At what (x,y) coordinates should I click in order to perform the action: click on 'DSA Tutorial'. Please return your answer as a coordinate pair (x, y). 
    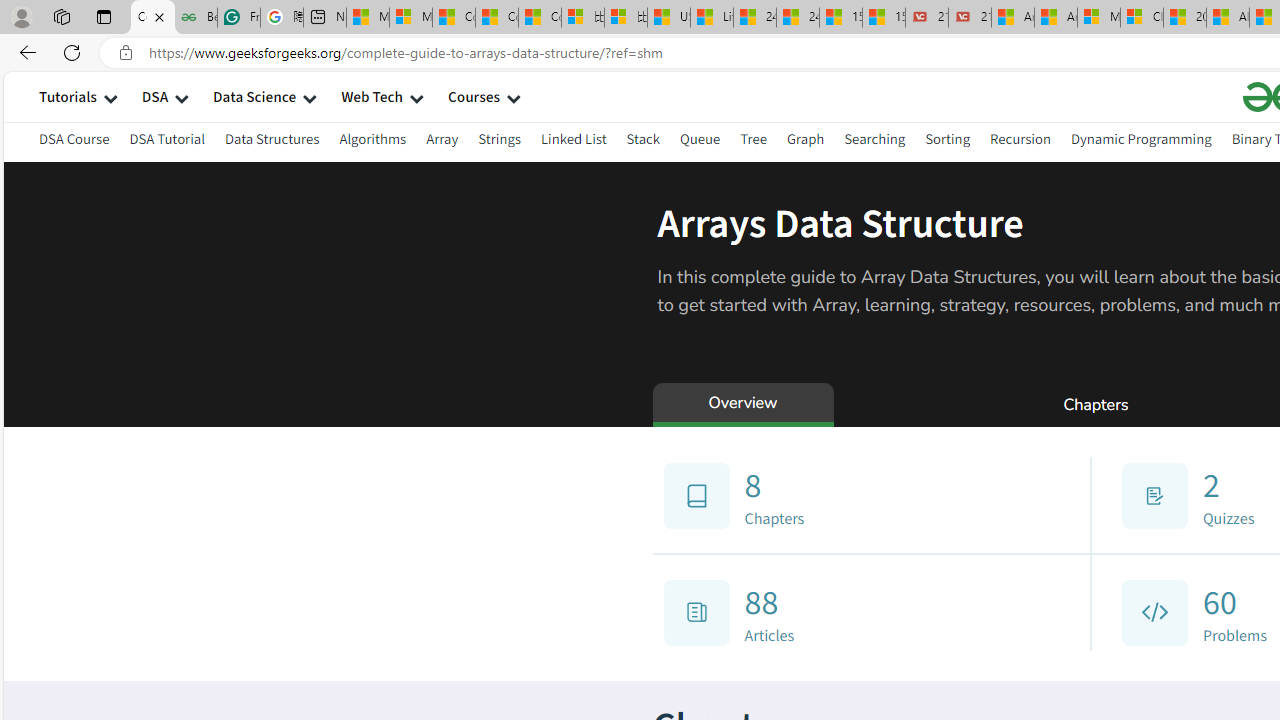
    Looking at the image, I should click on (167, 138).